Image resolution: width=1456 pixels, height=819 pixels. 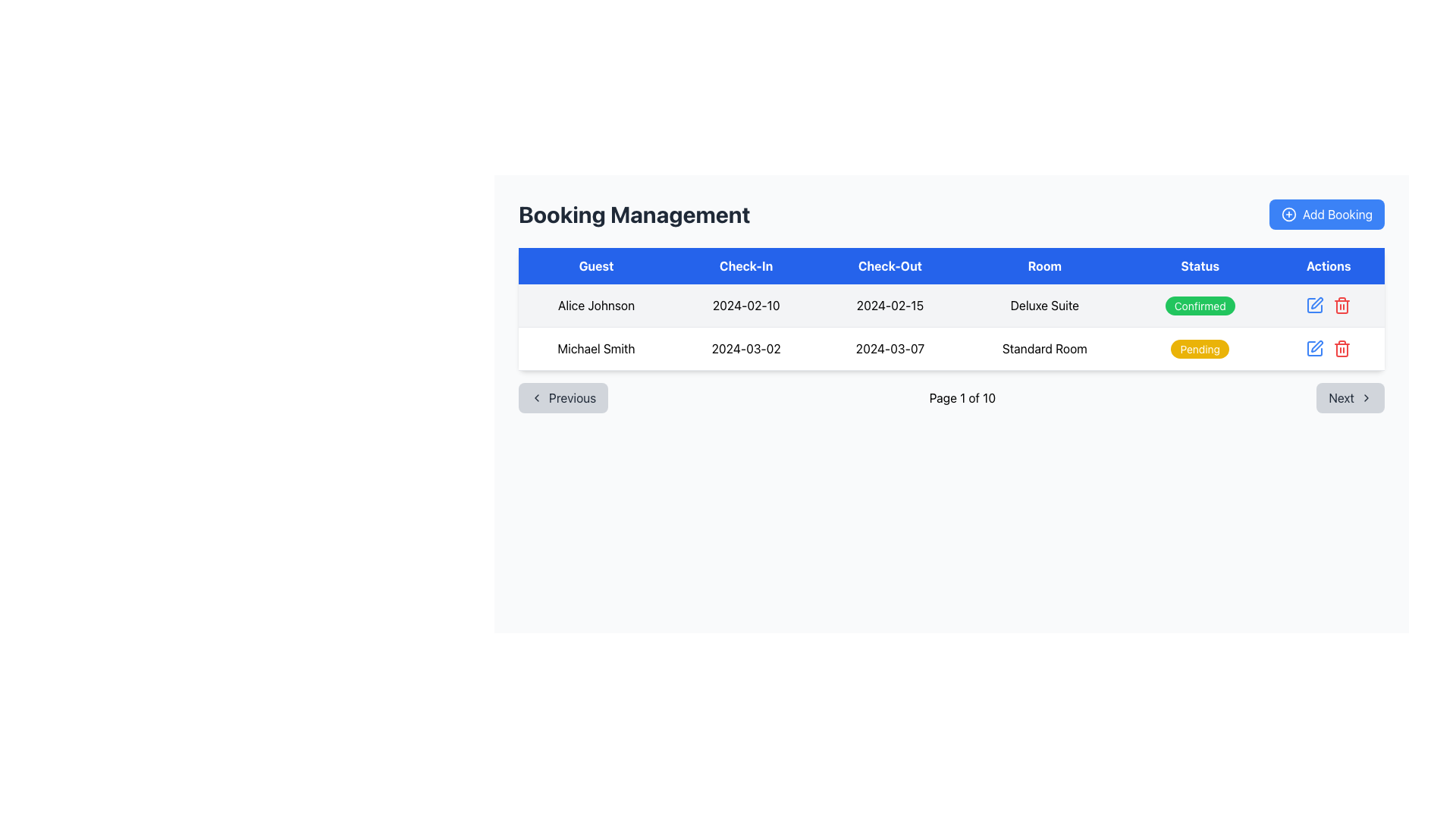 I want to click on the 'Add Booking' button located in the top-right corner of the 'Booking Management' section to initiate the process of adding a new booking, so click(x=1326, y=214).